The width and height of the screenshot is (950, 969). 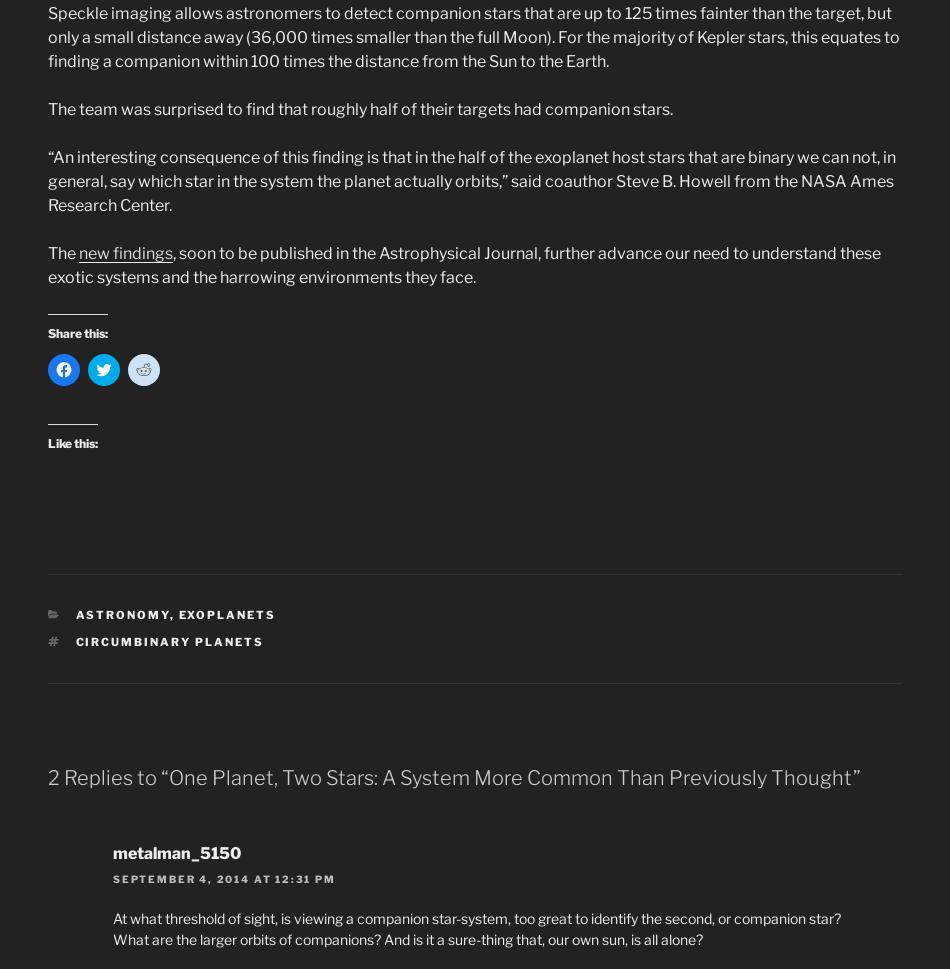 What do you see at coordinates (463, 265) in the screenshot?
I see `', soon to be published in the Astrophysical Journal, further advance our need to understand these exotic systems and the harrowing environments they face.'` at bounding box center [463, 265].